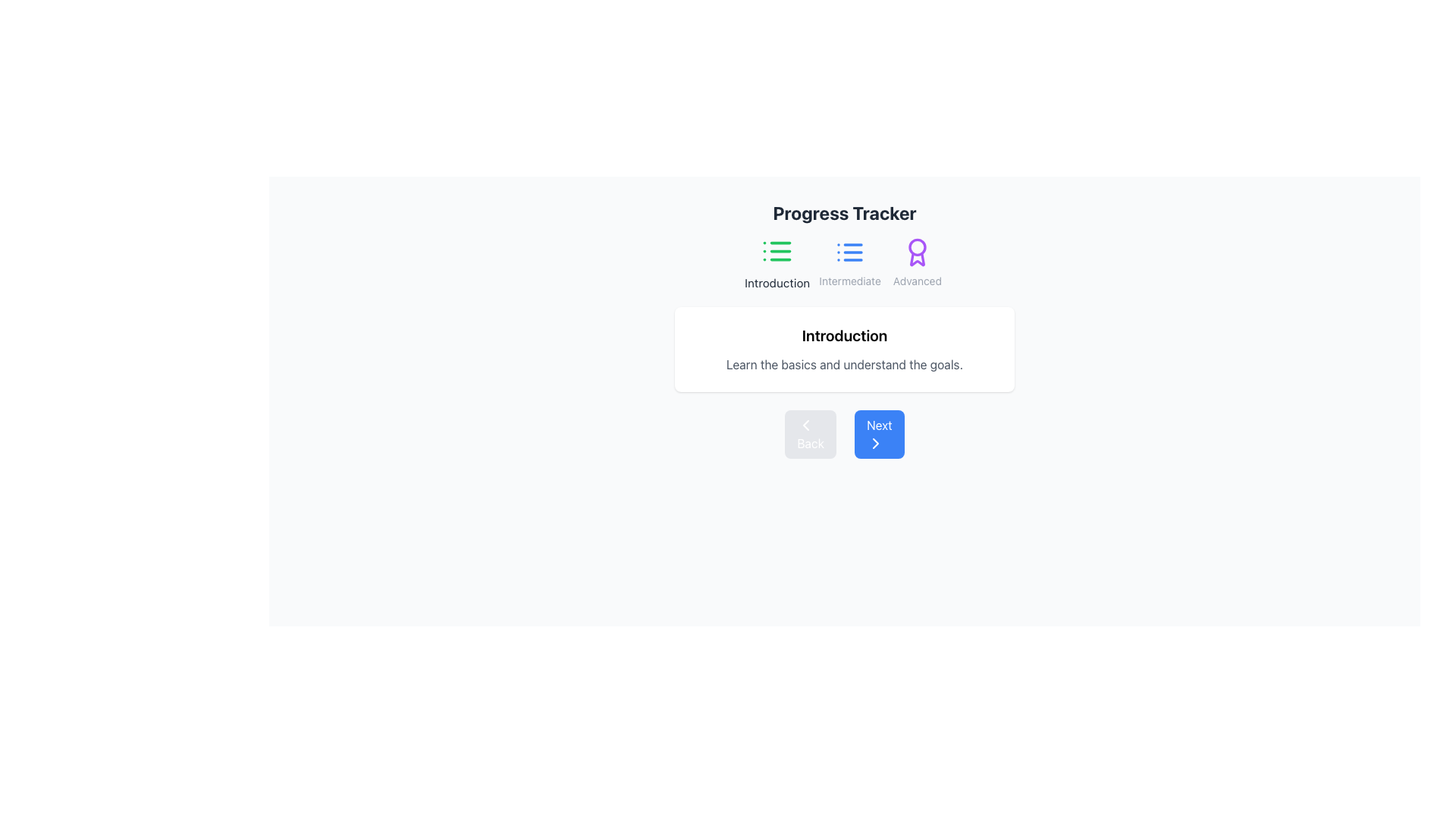 The height and width of the screenshot is (819, 1456). I want to click on the static text label reading 'Introduction', which is styled in a smaller font and located beneath a list icon, making it visually distinct against a light background, so click(777, 283).